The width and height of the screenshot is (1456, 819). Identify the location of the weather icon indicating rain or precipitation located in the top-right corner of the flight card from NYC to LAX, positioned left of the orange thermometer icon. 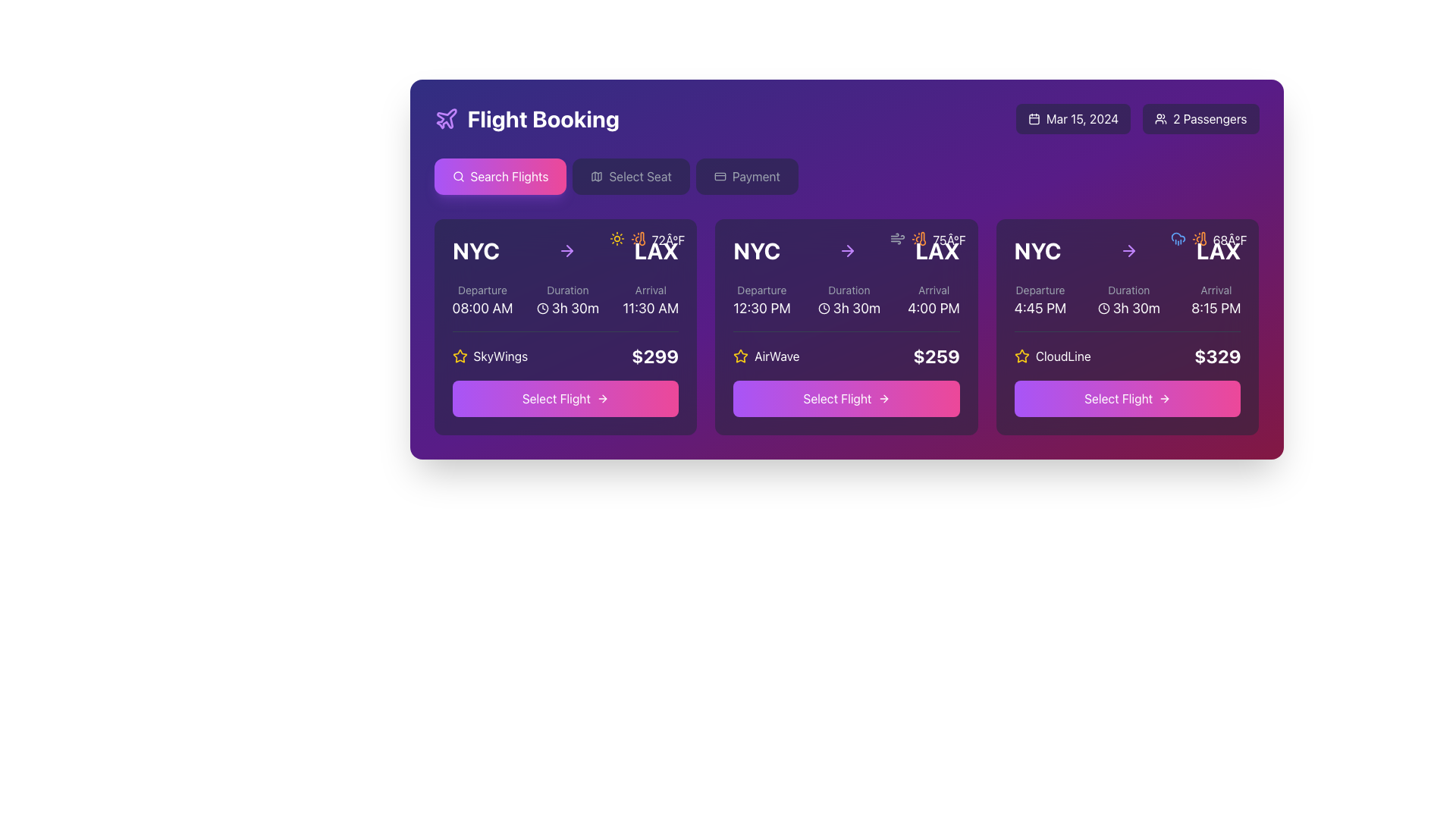
(1177, 239).